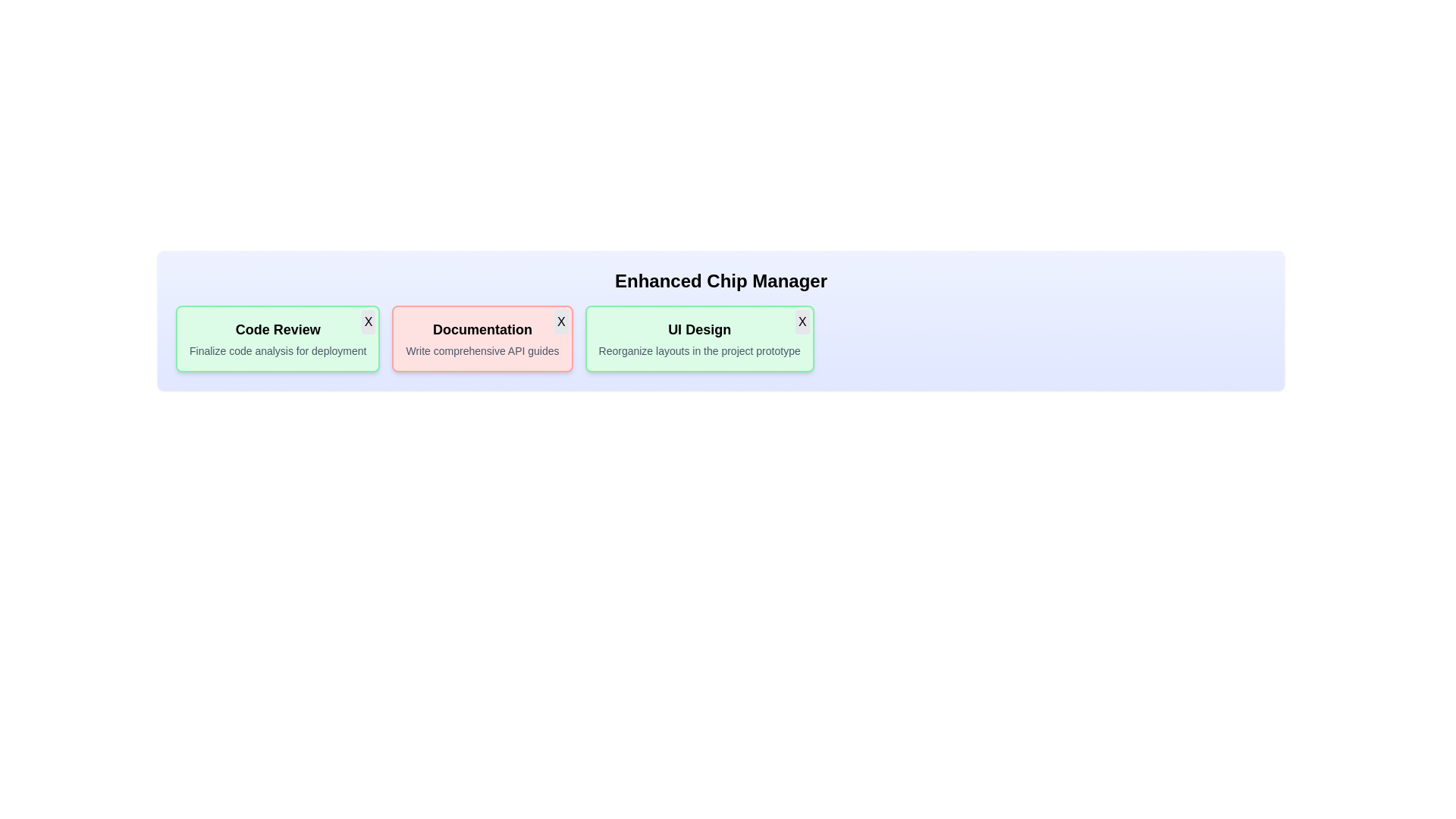  I want to click on the chip labeled Documentation, so click(482, 338).